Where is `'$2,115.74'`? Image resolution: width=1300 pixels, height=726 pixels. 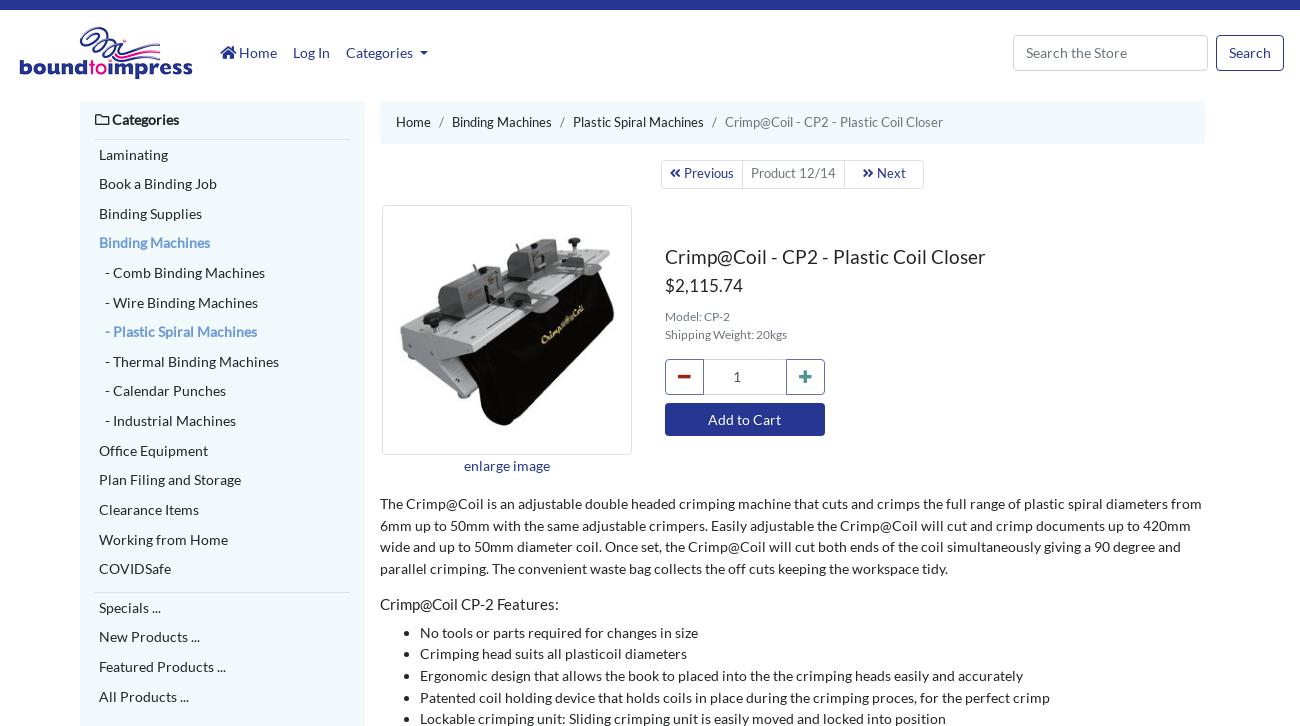
'$2,115.74' is located at coordinates (702, 284).